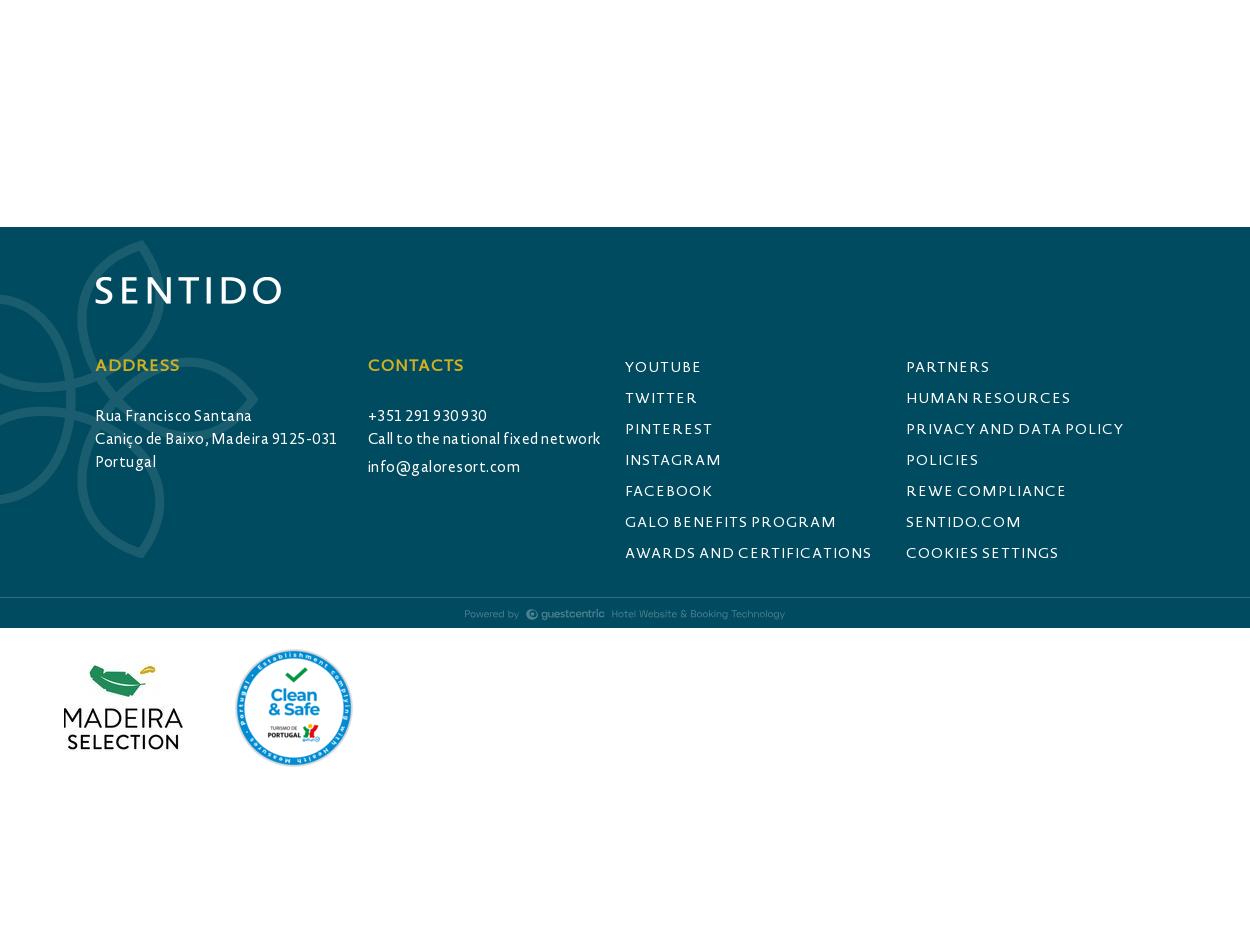 Image resolution: width=1250 pixels, height=948 pixels. I want to click on 'Portugal', so click(125, 460).